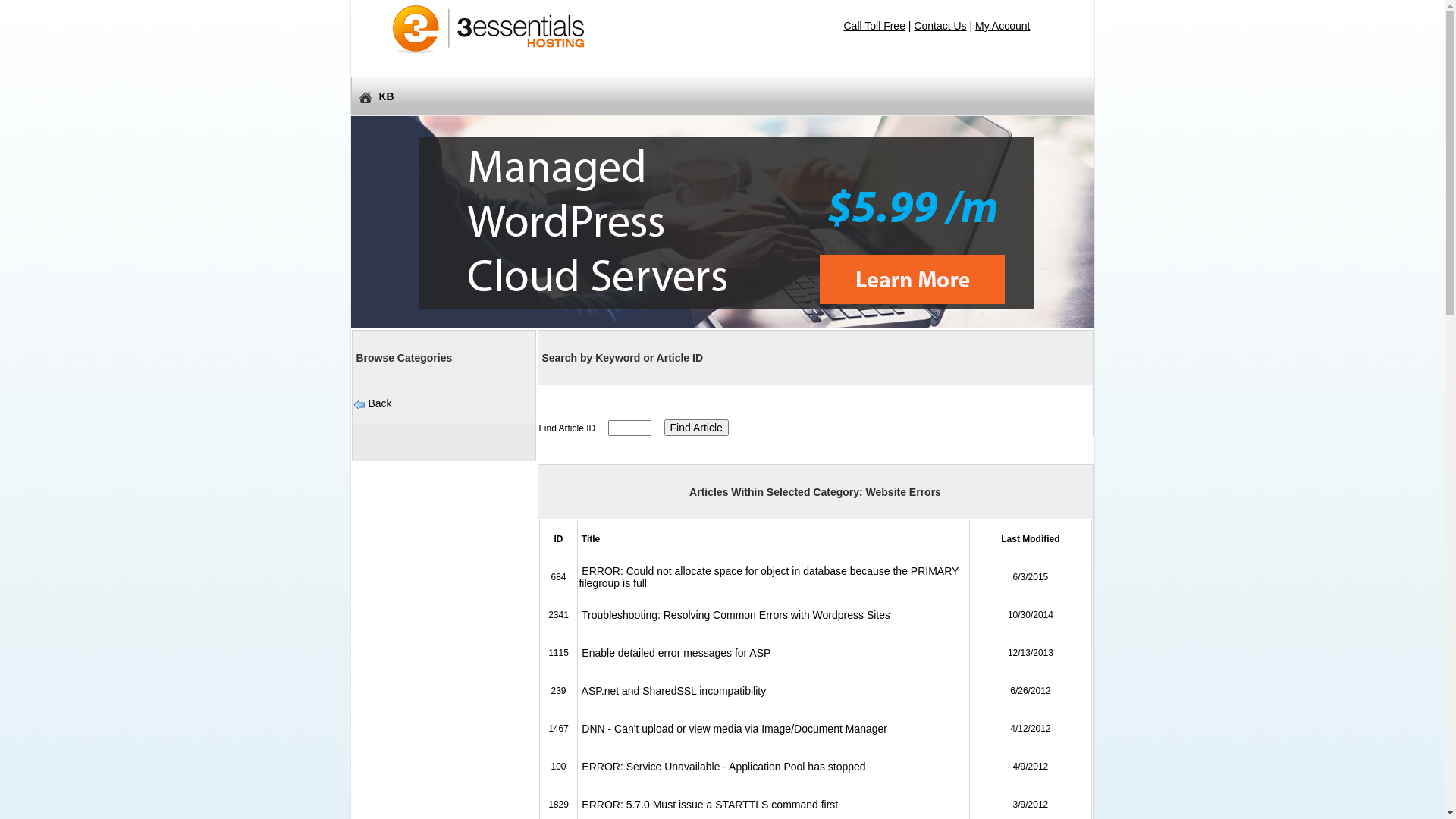  Describe the element at coordinates (874, 26) in the screenshot. I see `'Call Toll Free'` at that location.